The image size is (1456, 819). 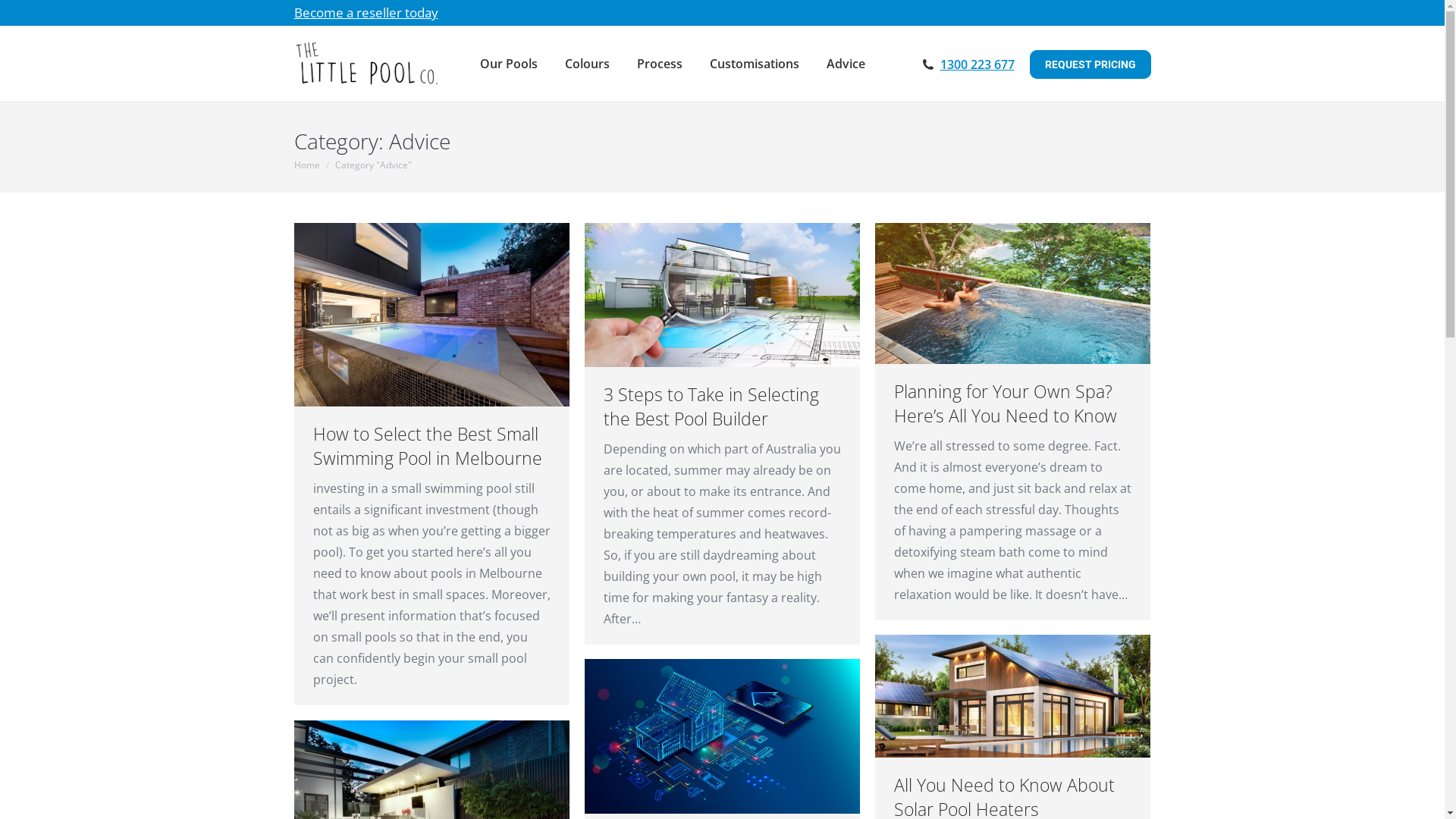 What do you see at coordinates (1012, 696) in the screenshot?
I see `'Solar pool heating'` at bounding box center [1012, 696].